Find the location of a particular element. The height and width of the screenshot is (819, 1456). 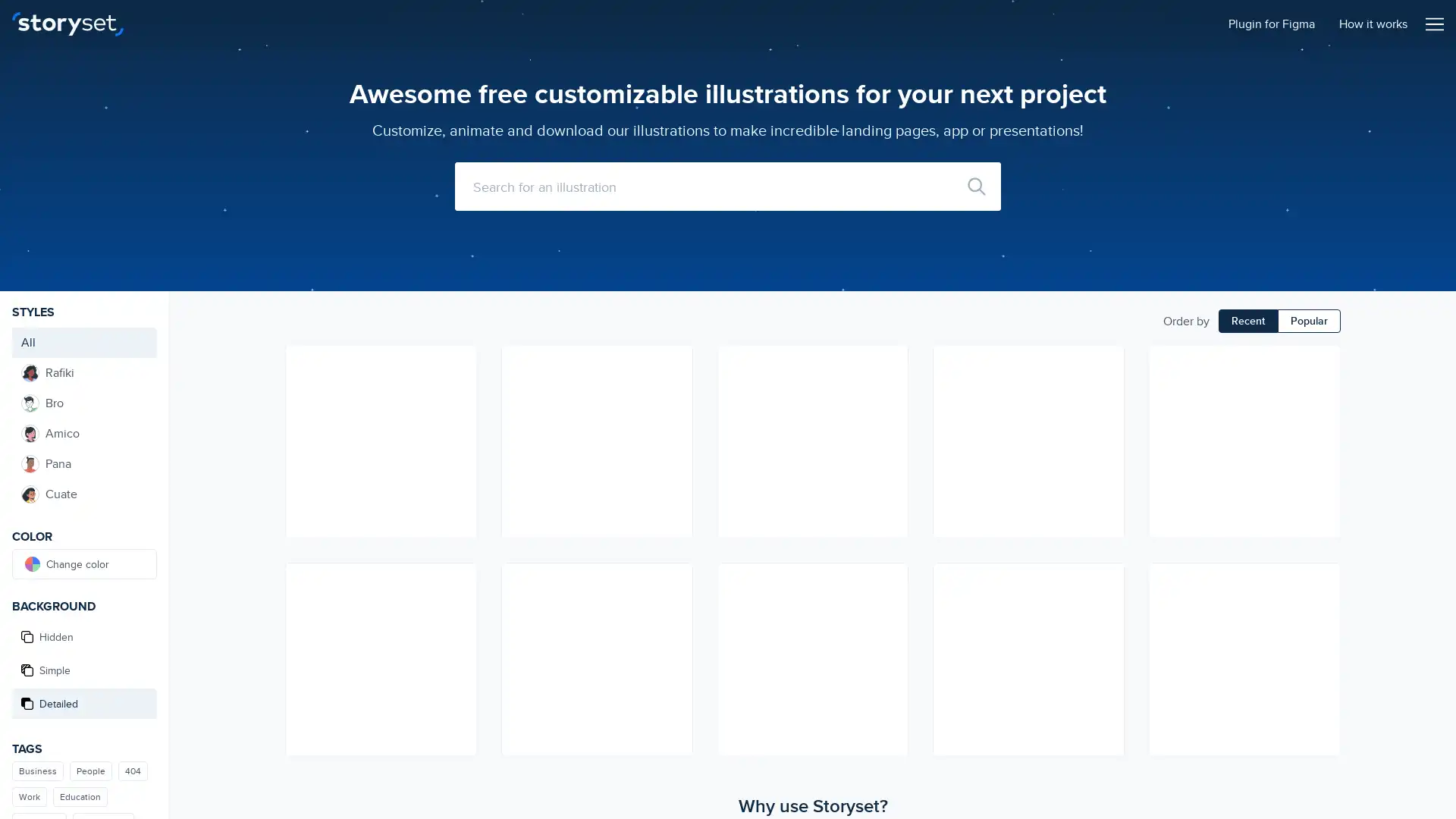

Popular is located at coordinates (1308, 320).